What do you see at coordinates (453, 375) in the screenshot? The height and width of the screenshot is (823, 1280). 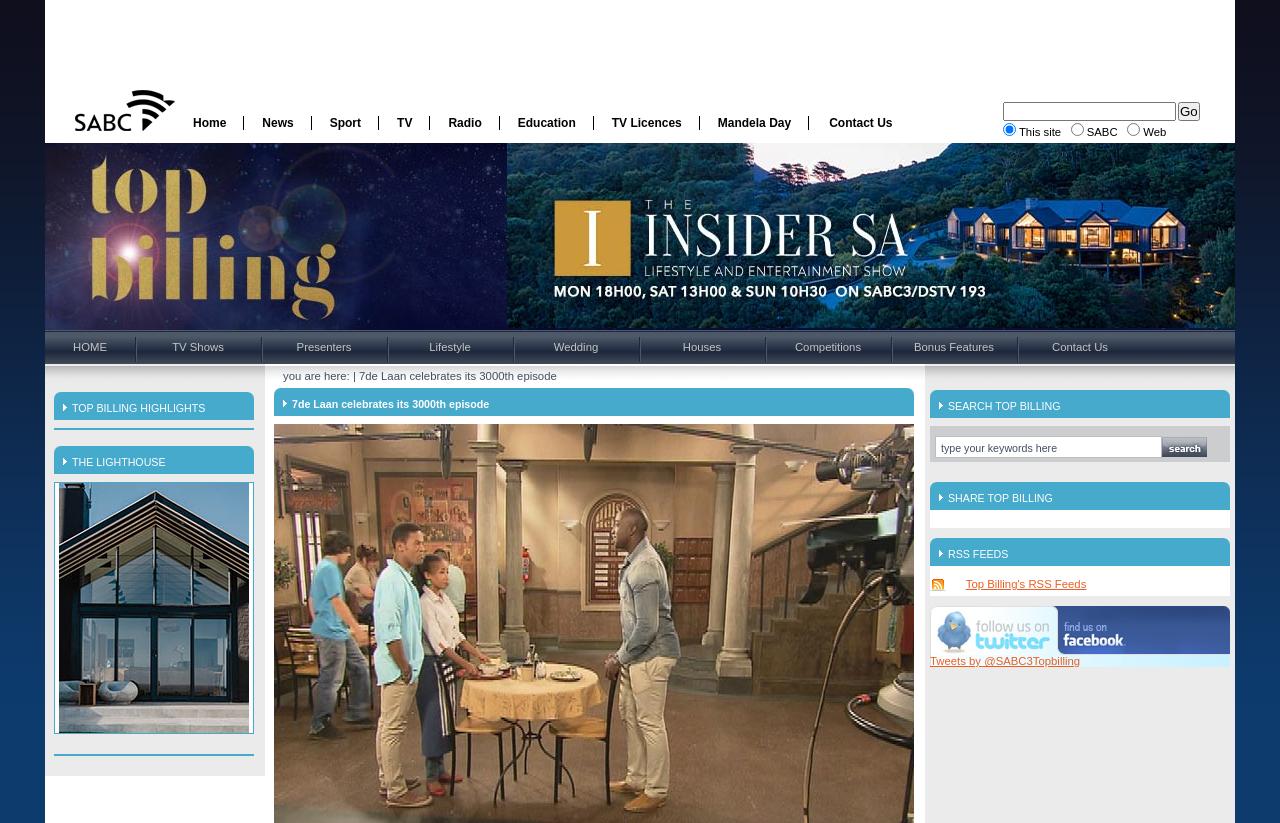 I see `'| 7de Laan celebrates its 3000th episode'` at bounding box center [453, 375].